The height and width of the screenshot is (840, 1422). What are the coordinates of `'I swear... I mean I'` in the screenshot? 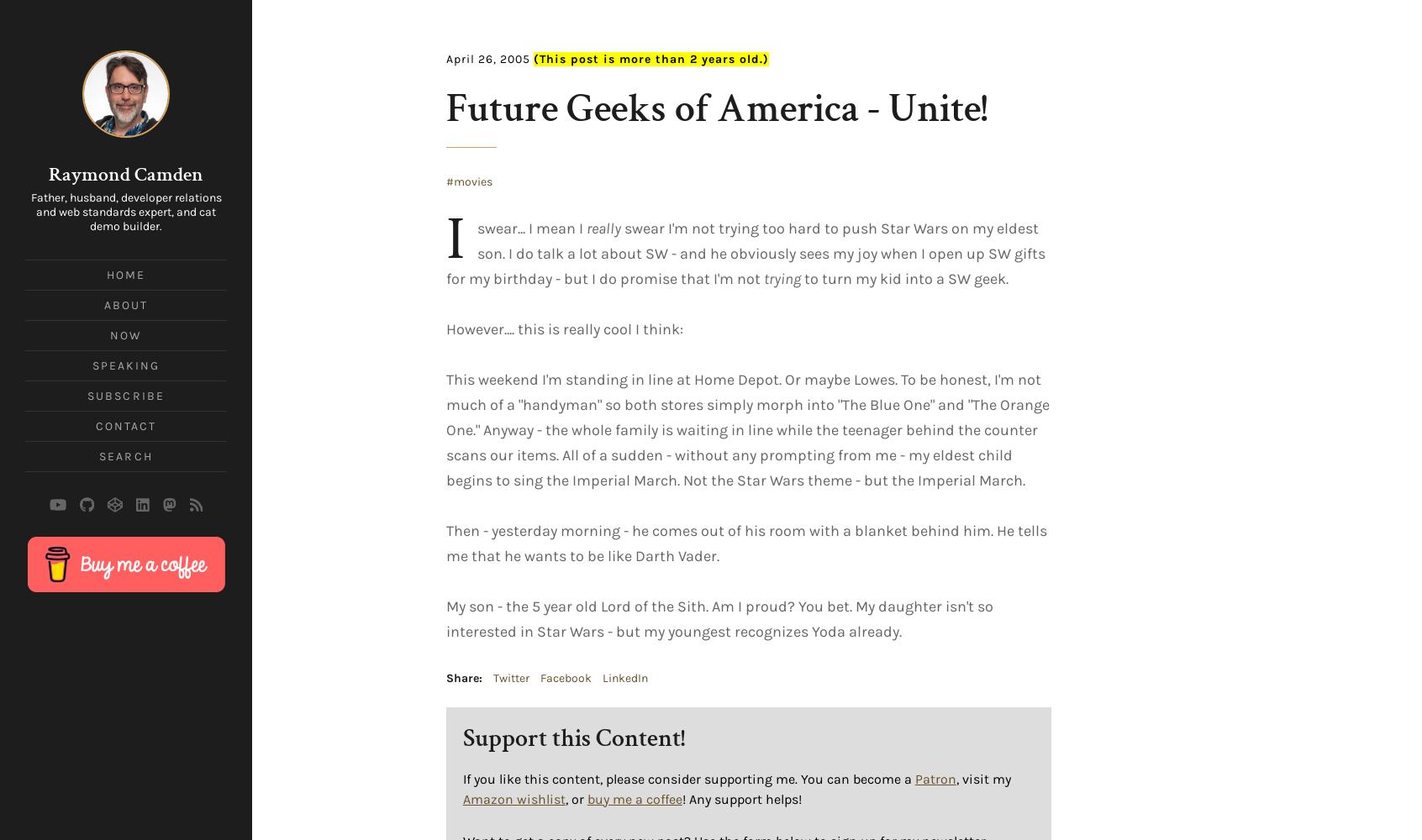 It's located at (445, 239).